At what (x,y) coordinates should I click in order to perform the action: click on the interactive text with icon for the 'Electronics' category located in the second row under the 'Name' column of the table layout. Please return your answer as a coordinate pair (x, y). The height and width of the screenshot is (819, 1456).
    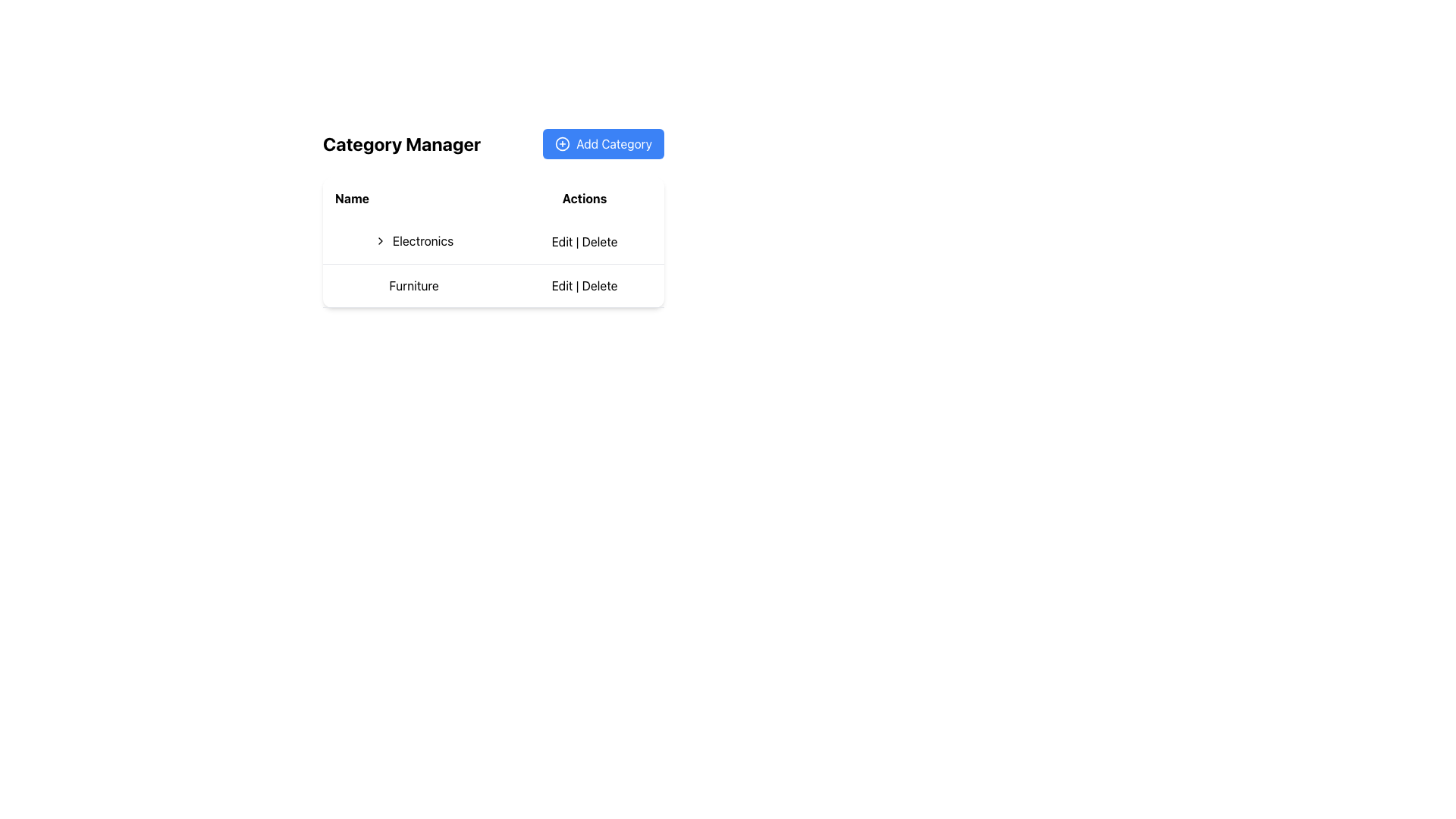
    Looking at the image, I should click on (414, 241).